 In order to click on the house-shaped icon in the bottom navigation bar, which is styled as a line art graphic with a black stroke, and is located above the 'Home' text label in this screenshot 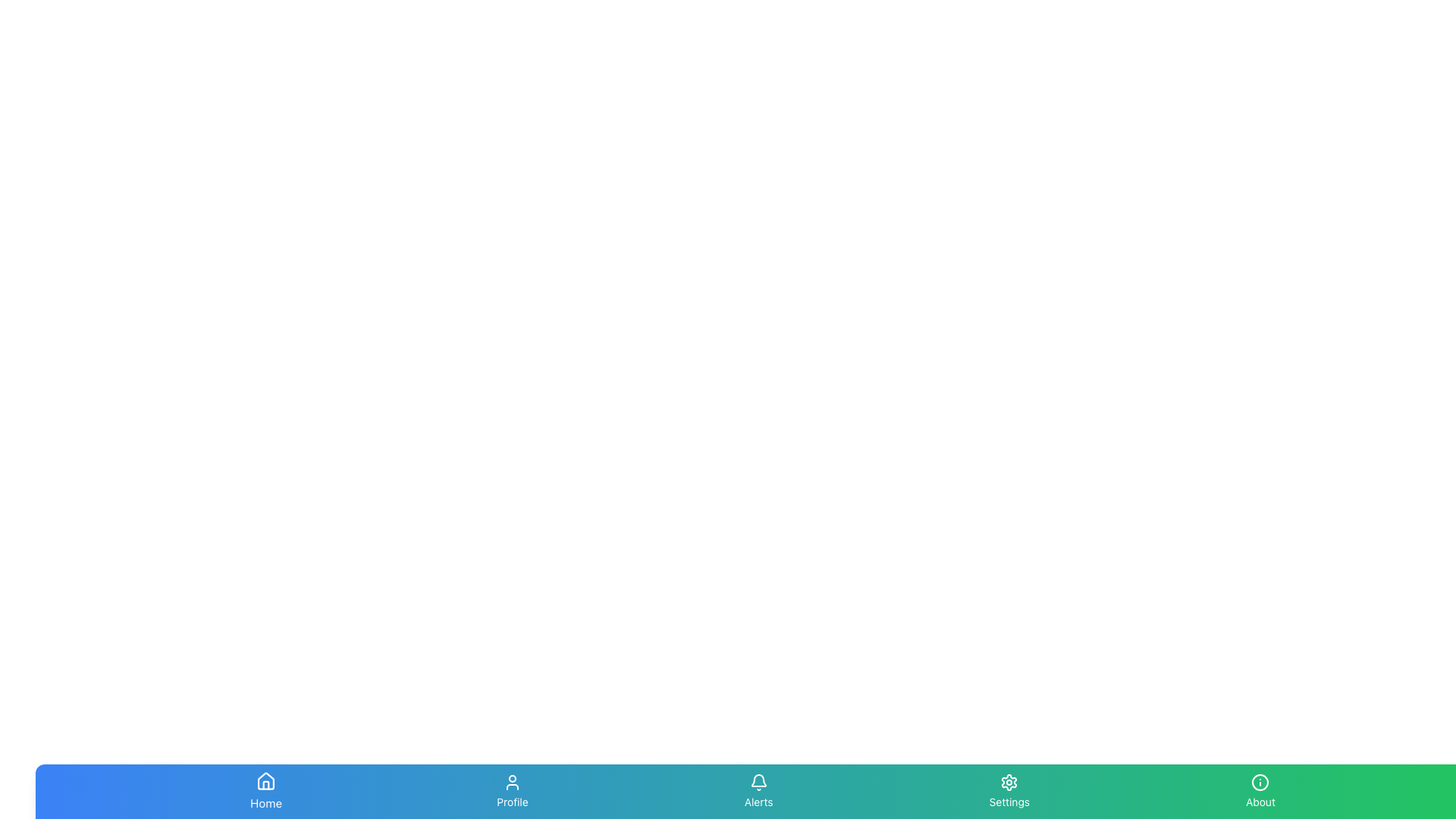, I will do `click(266, 781)`.